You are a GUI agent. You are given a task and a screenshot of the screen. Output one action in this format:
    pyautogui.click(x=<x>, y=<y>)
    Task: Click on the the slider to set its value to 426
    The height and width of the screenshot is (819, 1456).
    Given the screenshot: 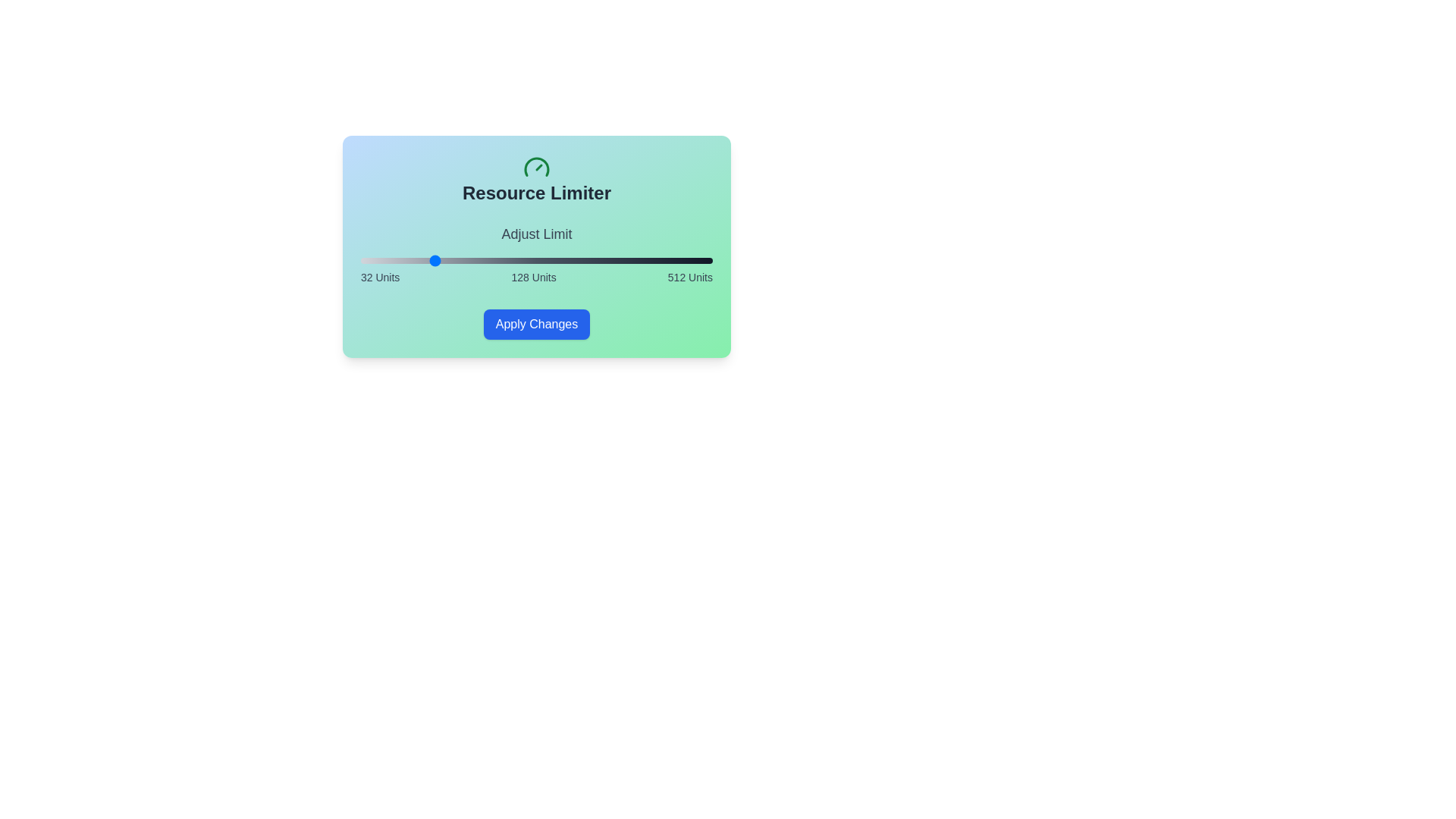 What is the action you would take?
    pyautogui.click(x=649, y=259)
    